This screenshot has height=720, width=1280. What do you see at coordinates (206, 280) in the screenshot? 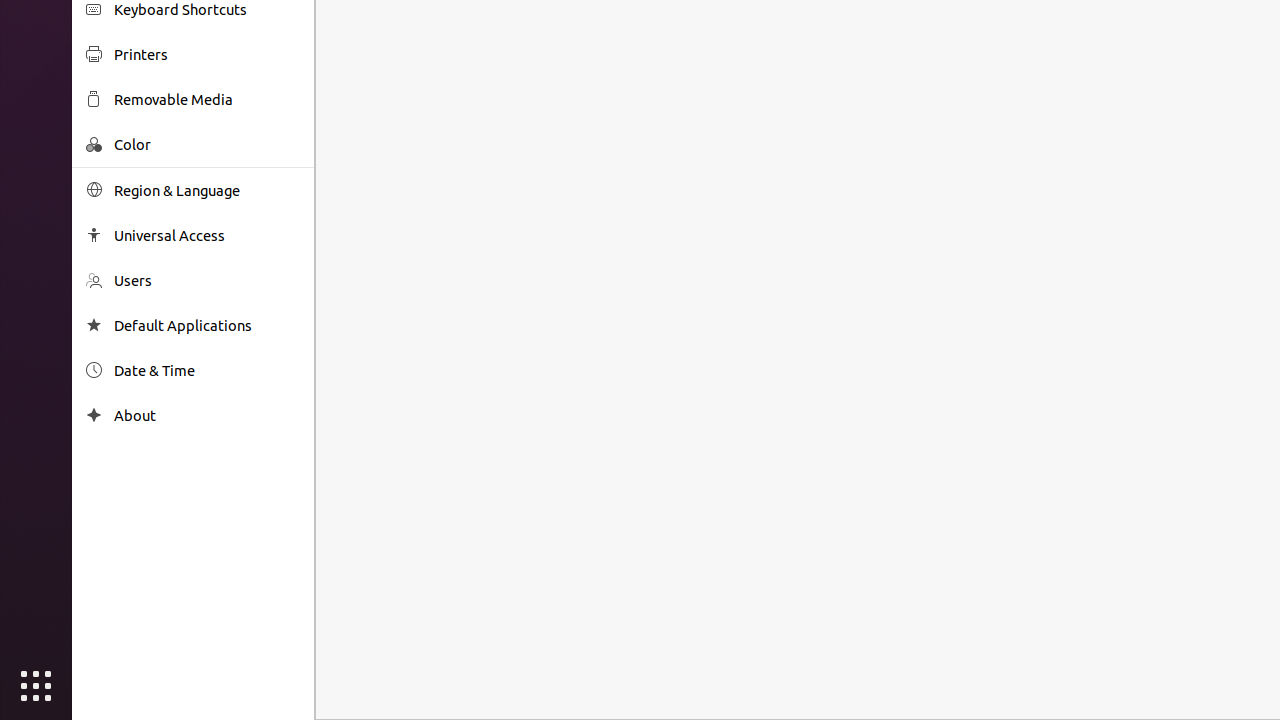
I see `'Users'` at bounding box center [206, 280].